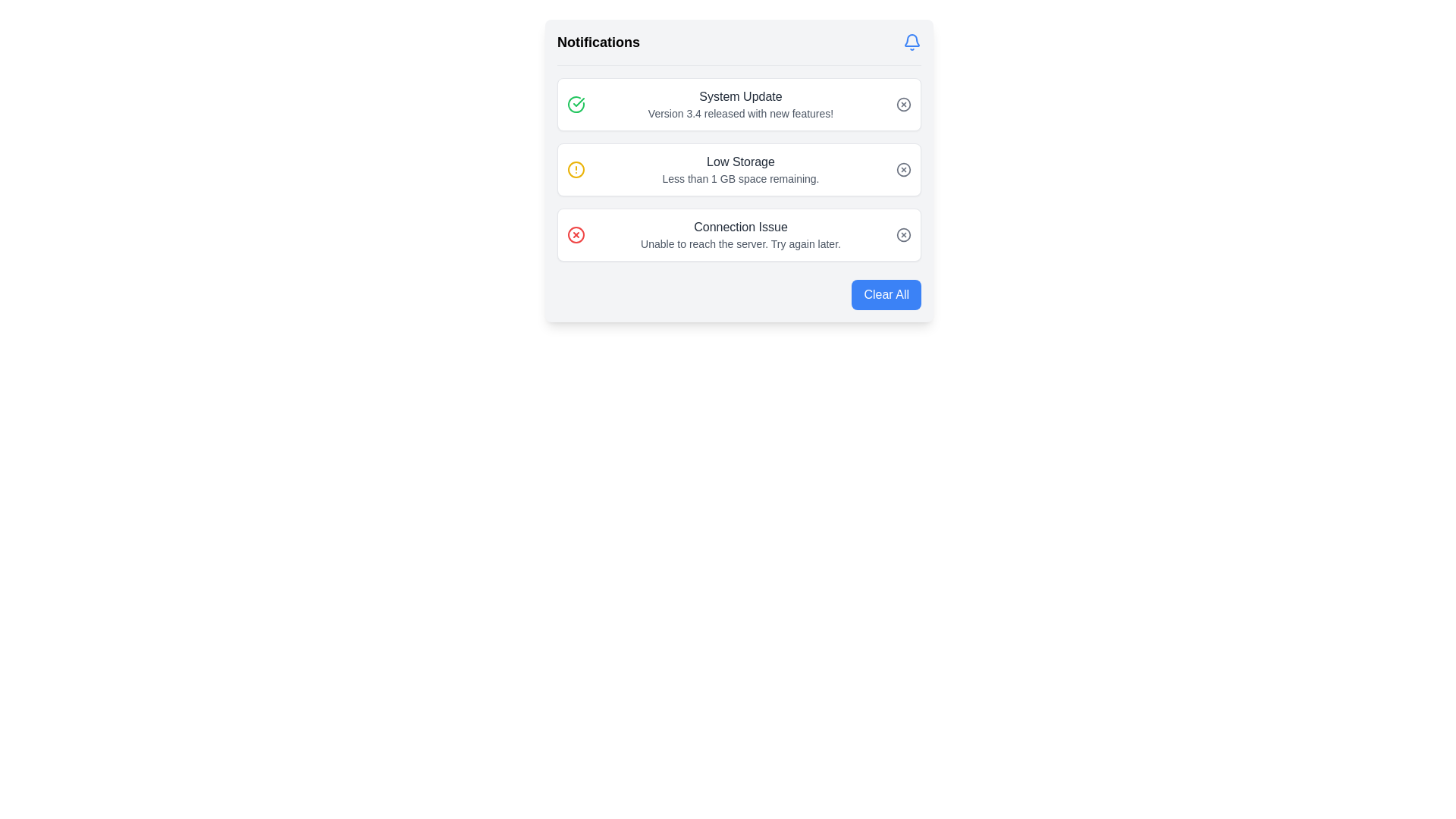  Describe the element at coordinates (903, 169) in the screenshot. I see `the Decorative SVG circle that is part of the warning notification icon for 'Low Storage' in the notification panel` at that location.